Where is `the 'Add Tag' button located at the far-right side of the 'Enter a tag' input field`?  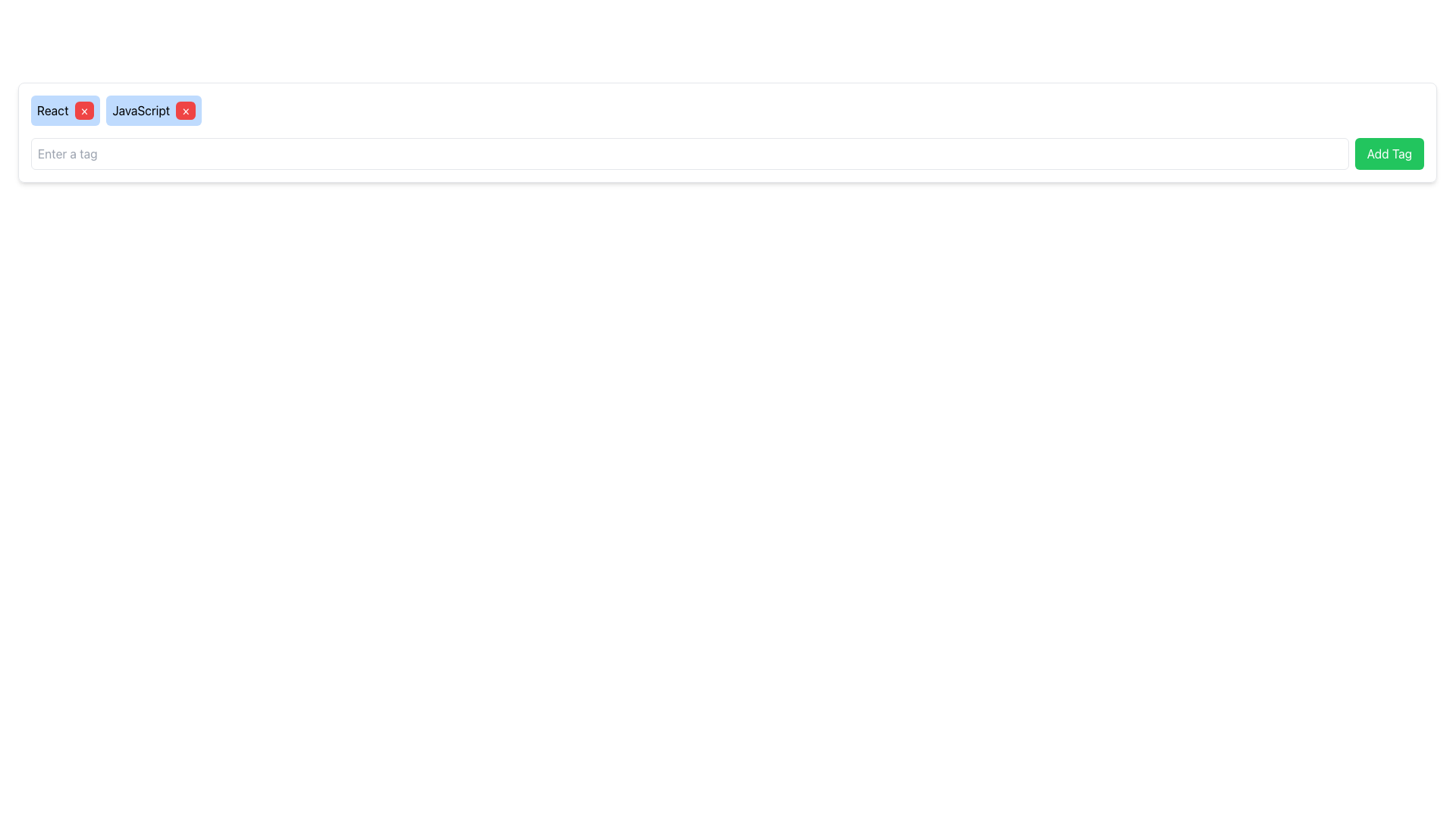
the 'Add Tag' button located at the far-right side of the 'Enter a tag' input field is located at coordinates (1389, 154).